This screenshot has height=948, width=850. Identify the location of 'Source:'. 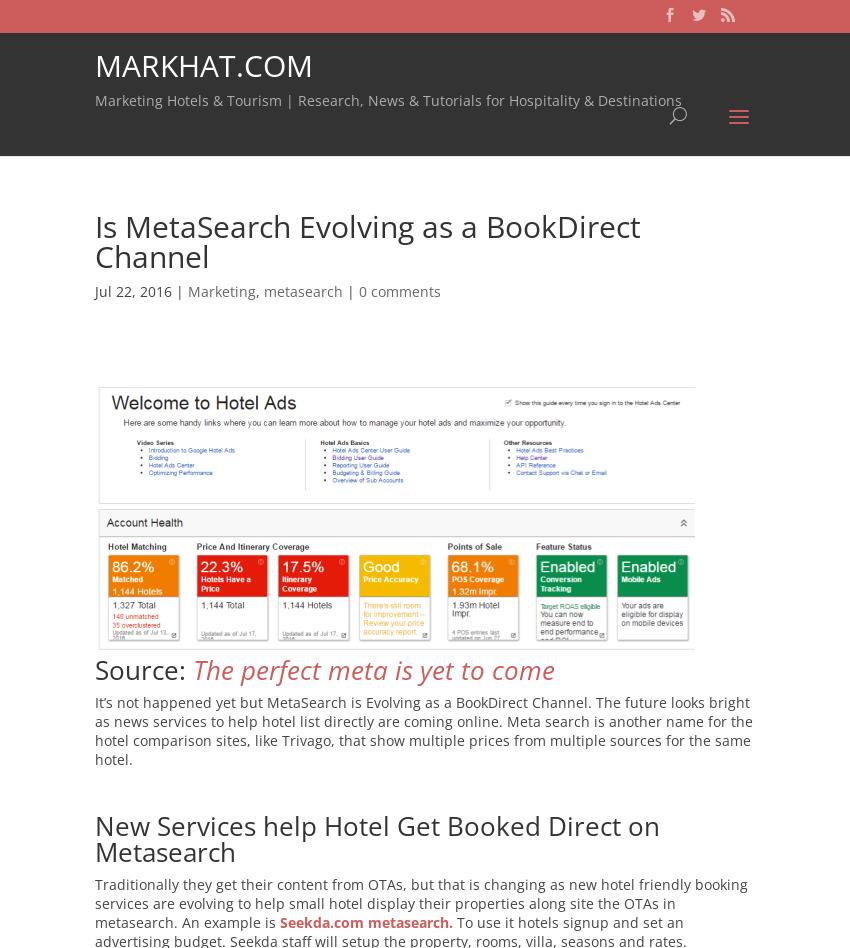
(143, 669).